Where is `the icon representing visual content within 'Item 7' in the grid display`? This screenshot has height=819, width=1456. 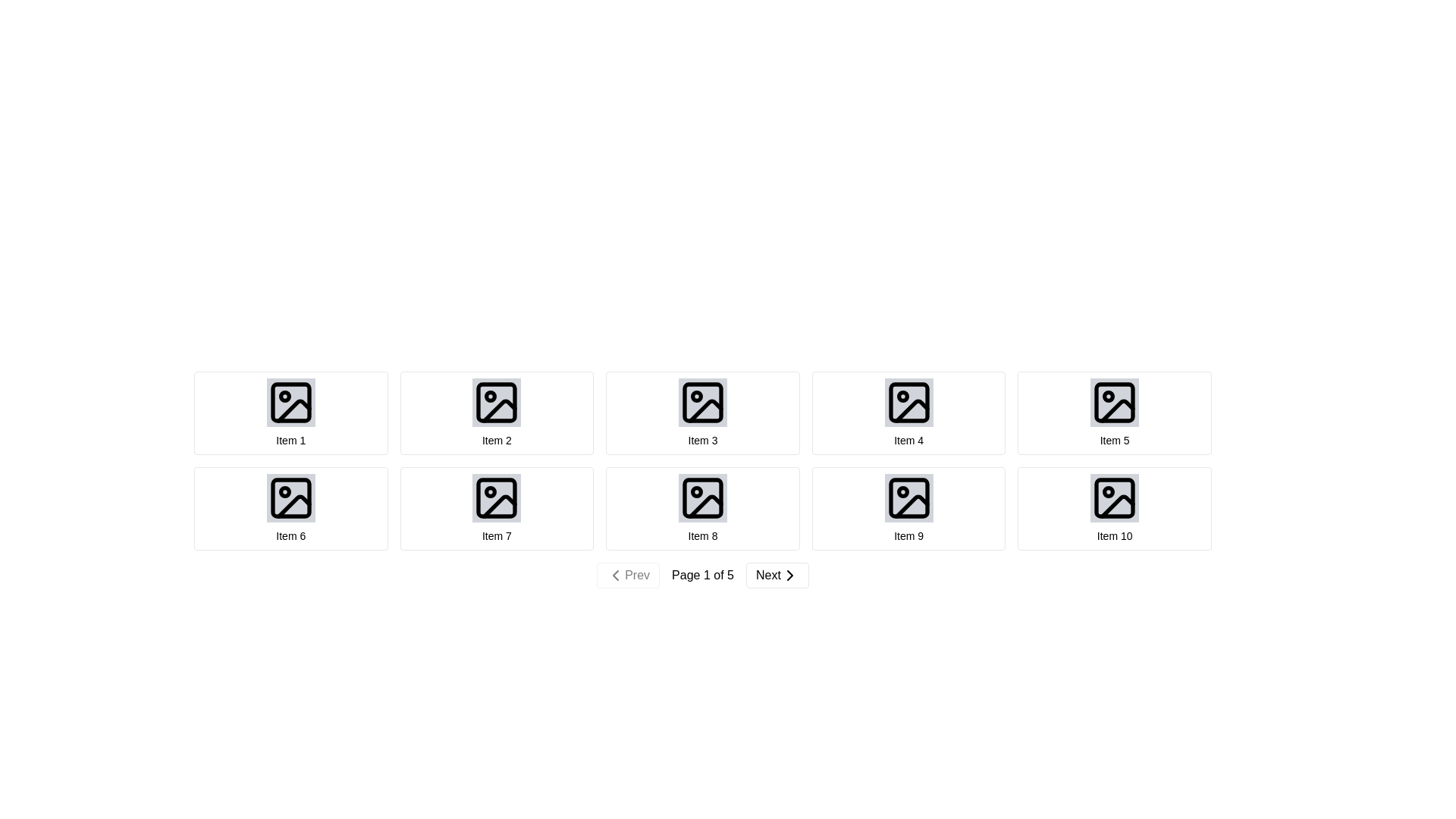 the icon representing visual content within 'Item 7' in the grid display is located at coordinates (497, 497).